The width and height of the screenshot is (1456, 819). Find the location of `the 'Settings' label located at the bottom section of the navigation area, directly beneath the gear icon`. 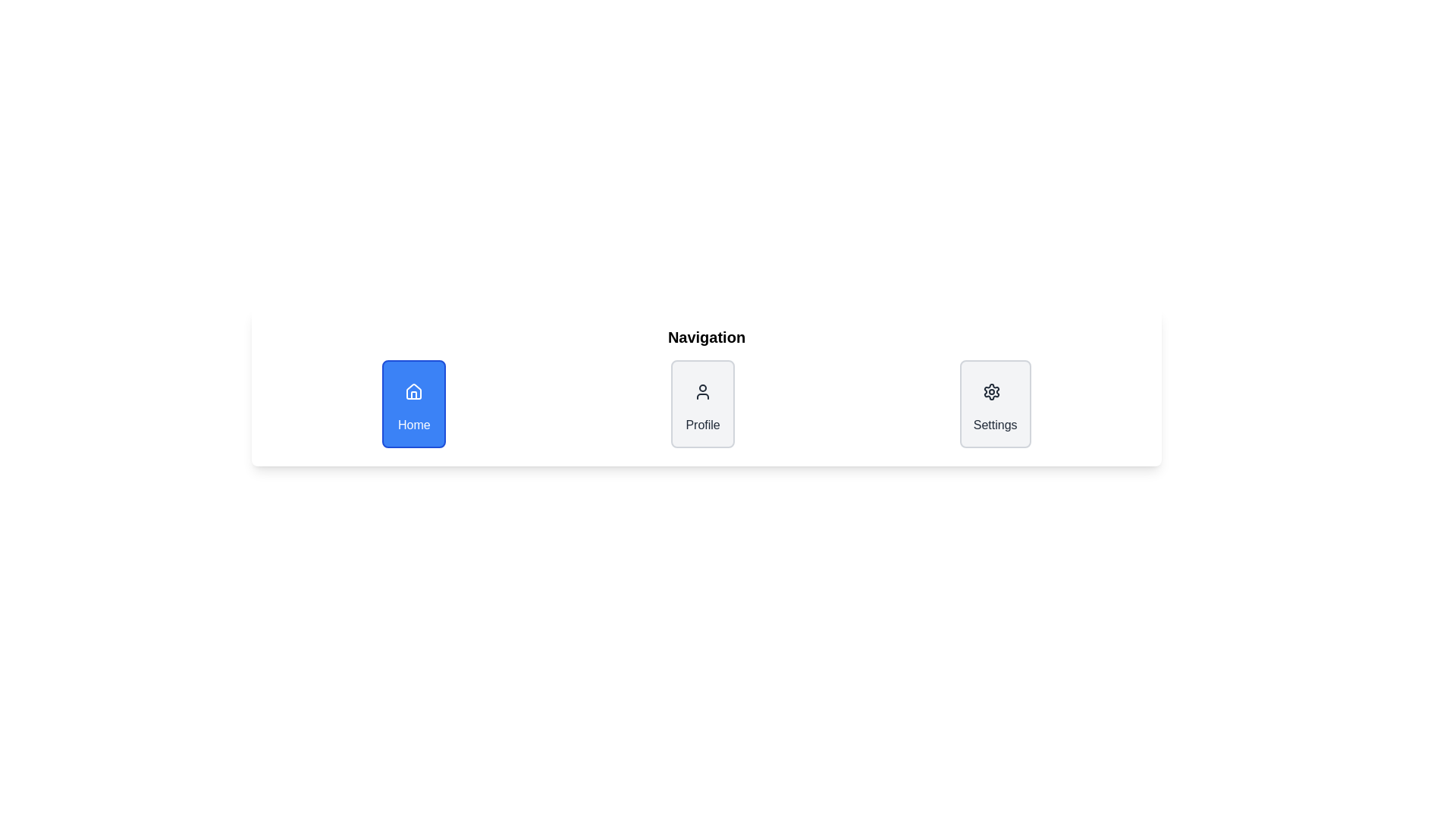

the 'Settings' label located at the bottom section of the navigation area, directly beneath the gear icon is located at coordinates (995, 425).